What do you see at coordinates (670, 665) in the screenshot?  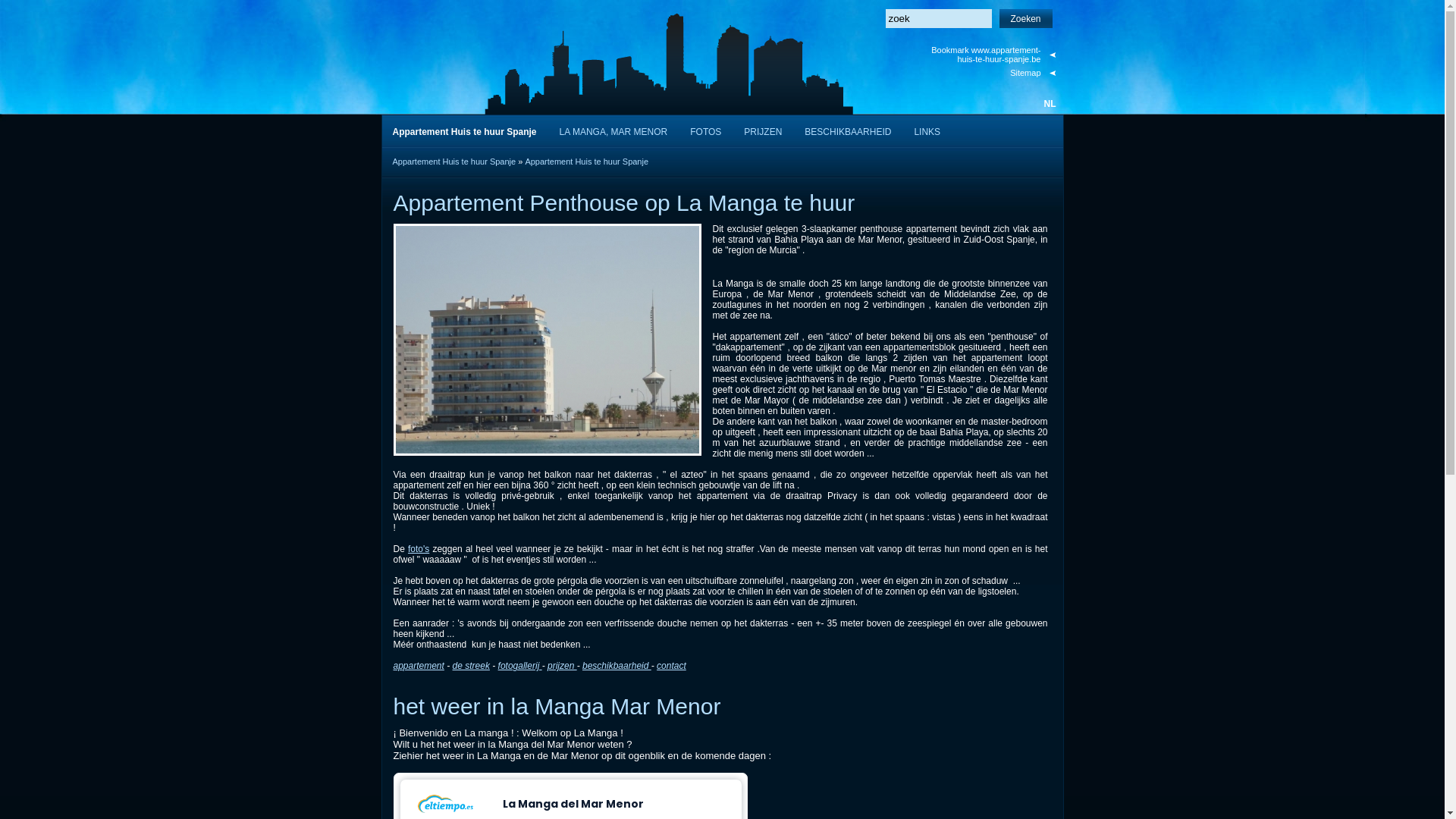 I see `'contact'` at bounding box center [670, 665].